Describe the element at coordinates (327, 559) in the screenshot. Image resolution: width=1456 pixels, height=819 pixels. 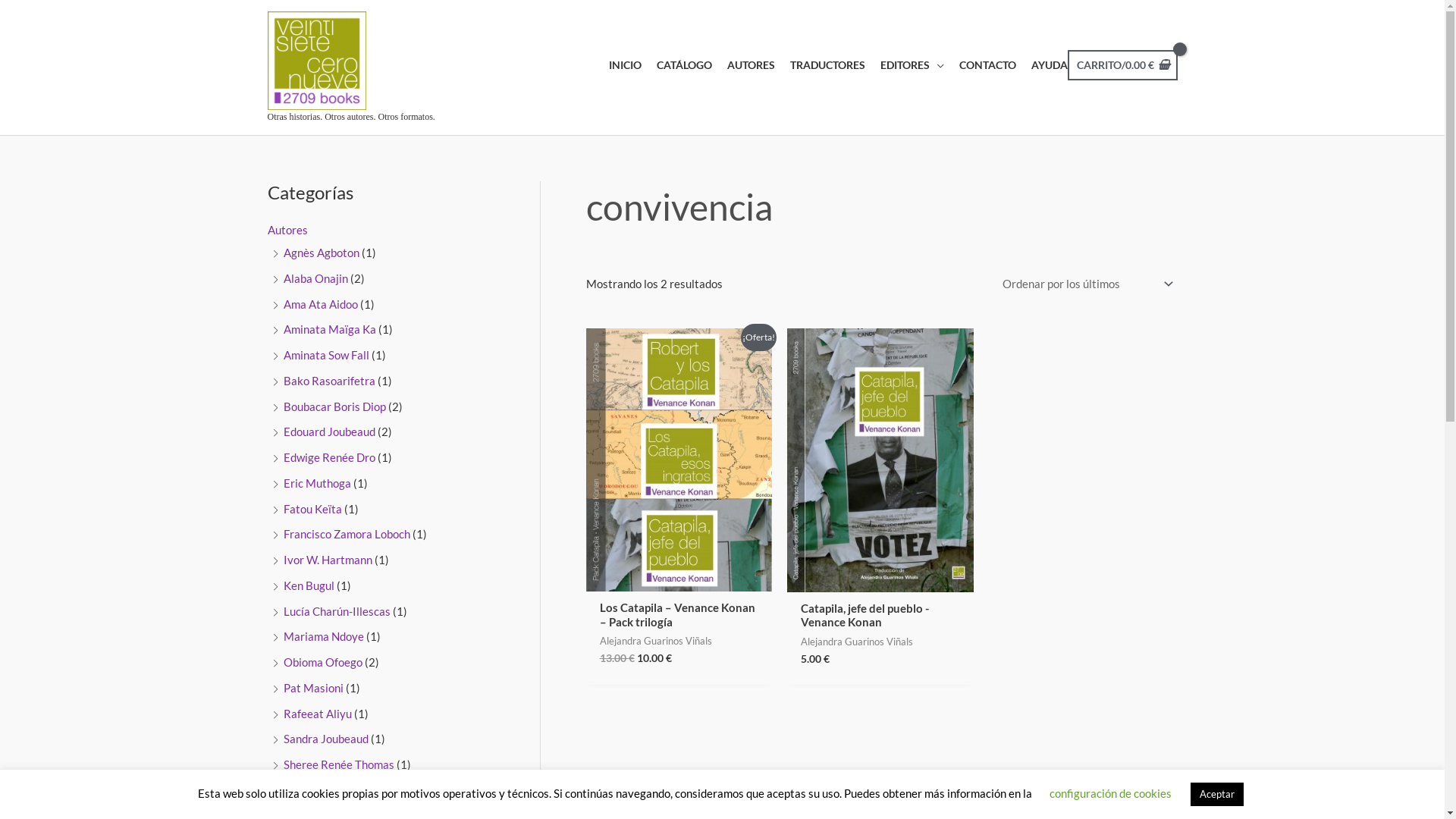
I see `'Ivor W. Hartmann'` at that location.